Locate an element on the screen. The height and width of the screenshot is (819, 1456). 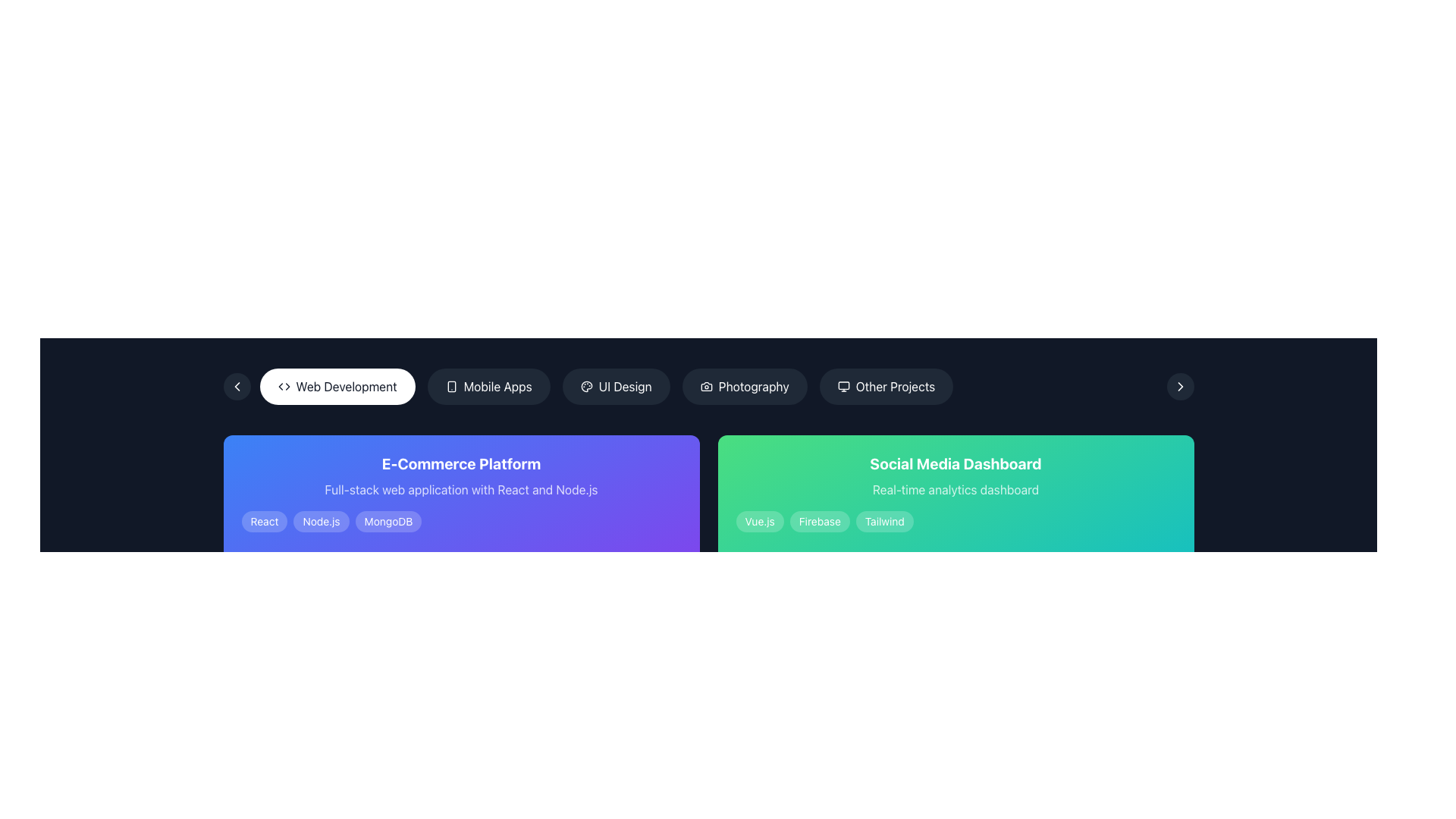
the 'UI Design' button, which has a dark gray background and white text, located between the 'Mobile Apps' and 'Photography' buttons is located at coordinates (616, 385).